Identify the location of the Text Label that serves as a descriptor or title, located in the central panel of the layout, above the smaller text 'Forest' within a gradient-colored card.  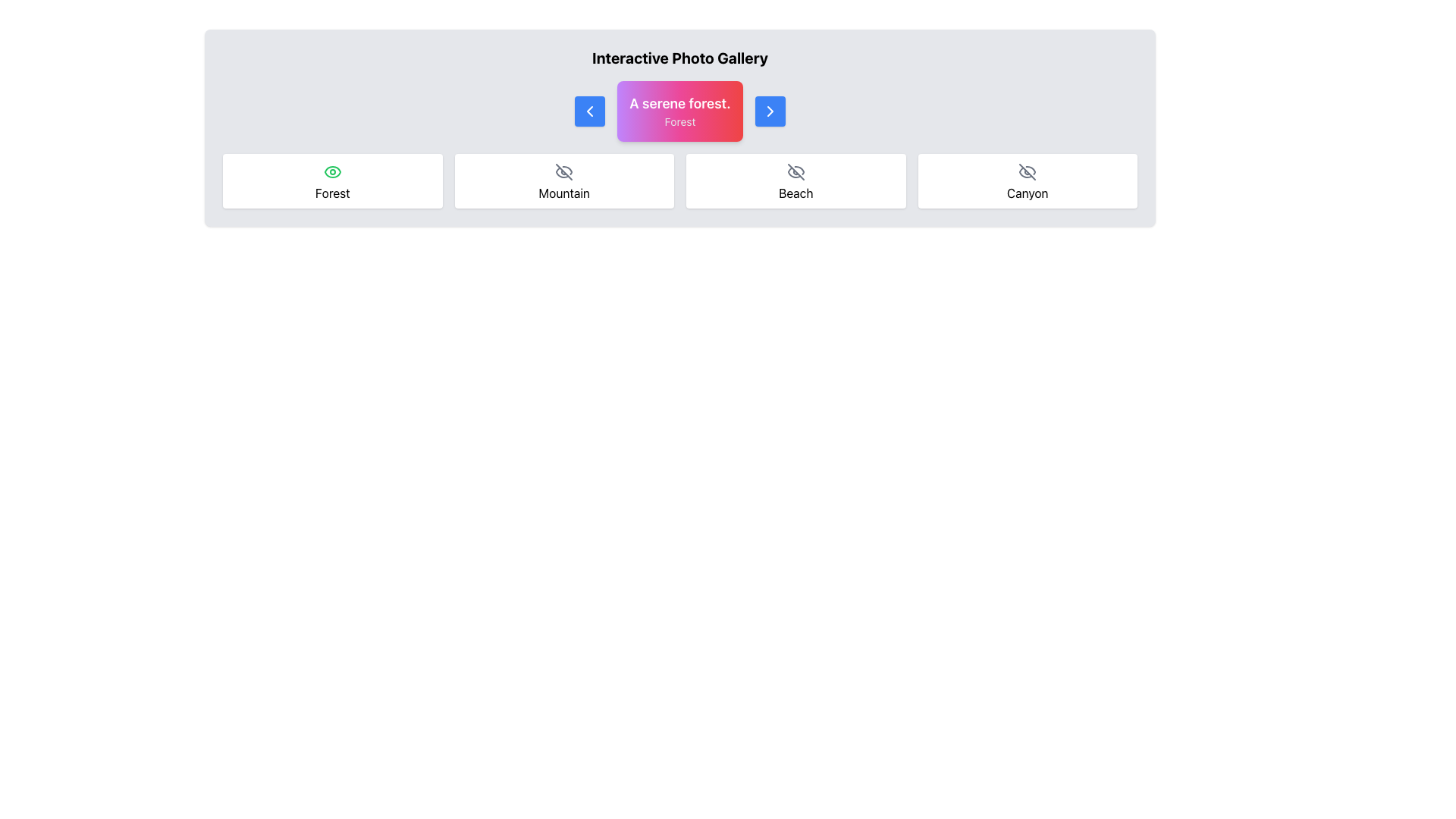
(679, 103).